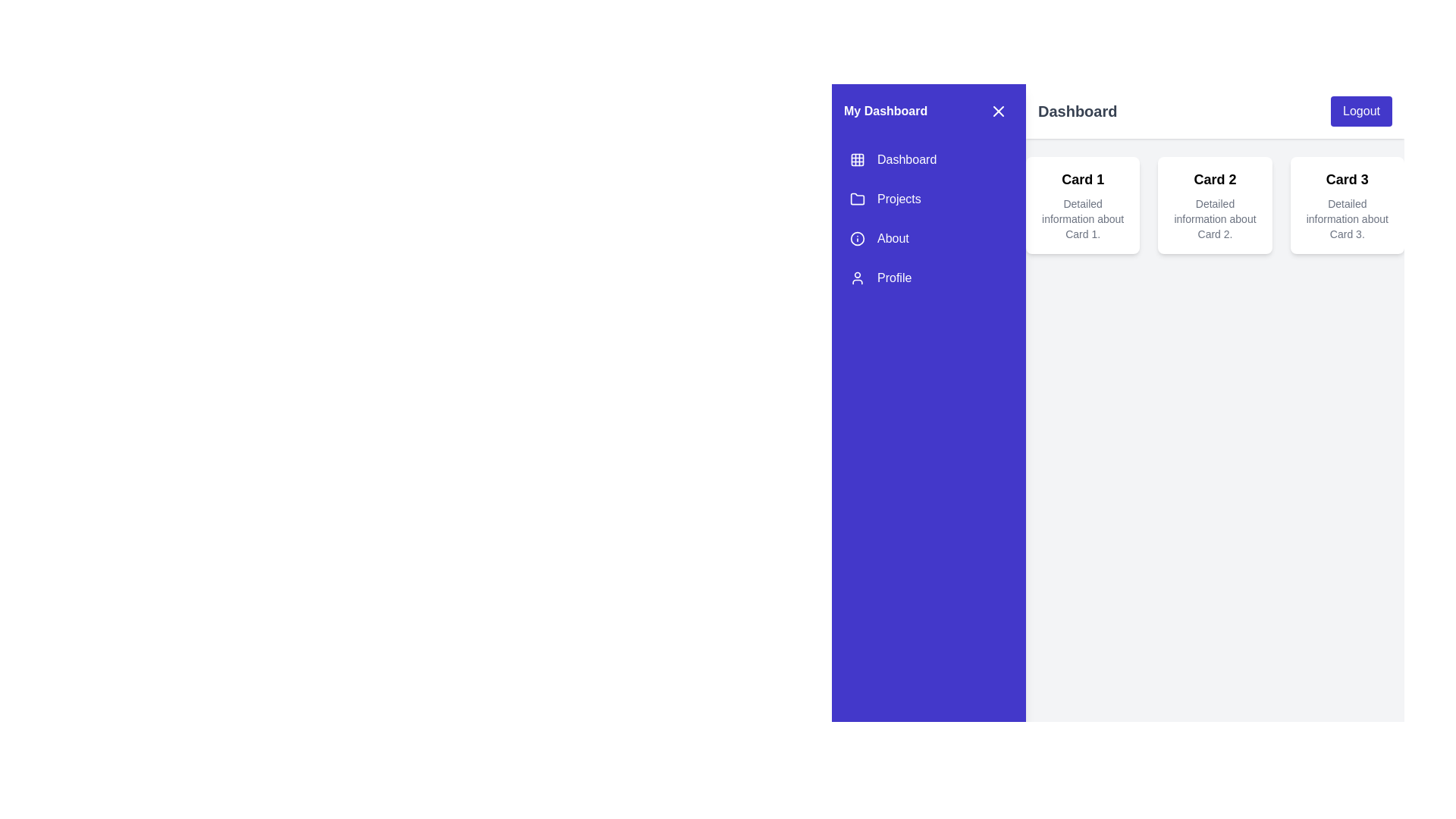 The width and height of the screenshot is (1456, 819). I want to click on the 'About' text label, which is the fourth menu item in the sidebar, so click(893, 239).